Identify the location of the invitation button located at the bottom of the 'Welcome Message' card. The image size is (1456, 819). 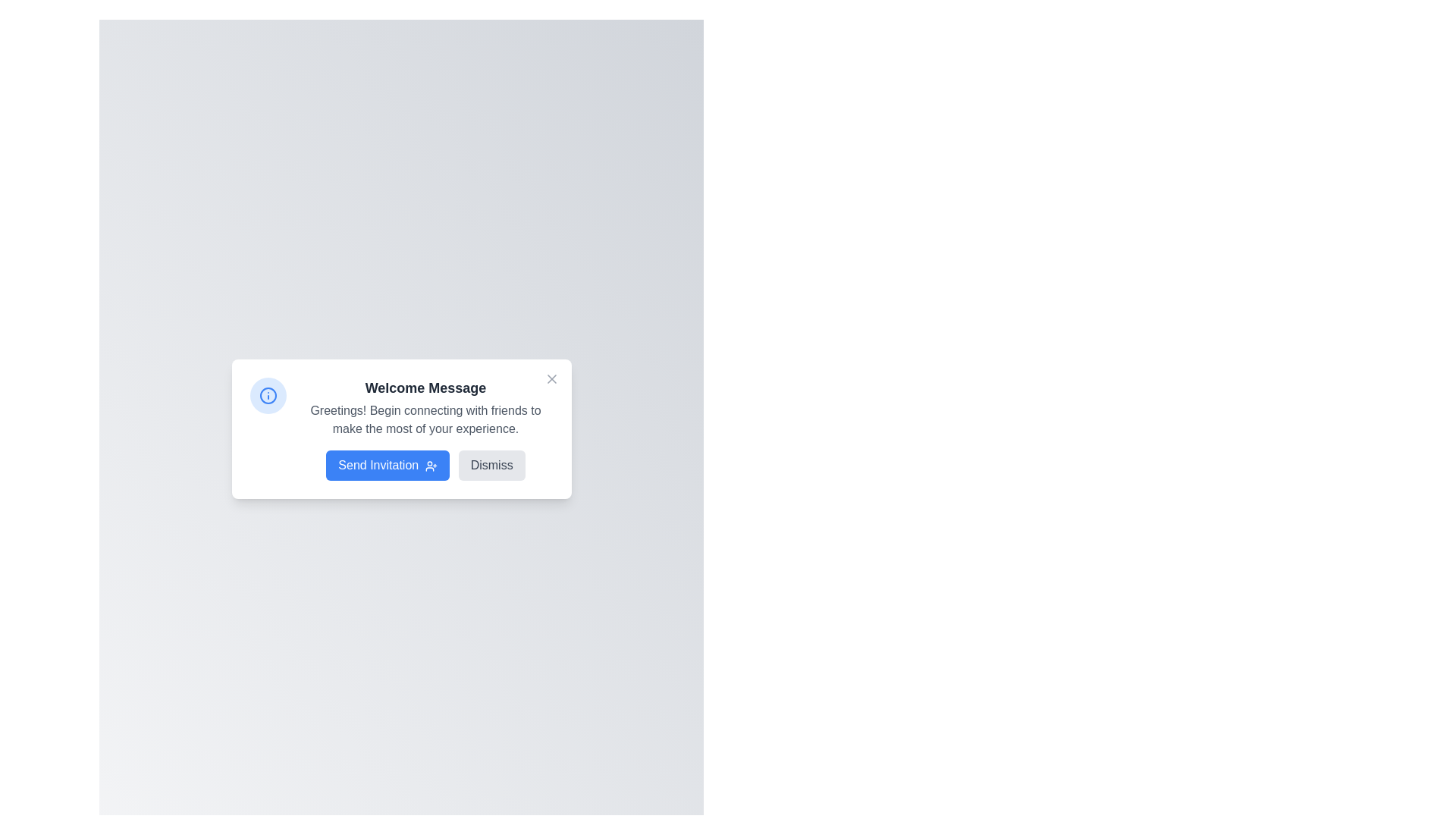
(388, 464).